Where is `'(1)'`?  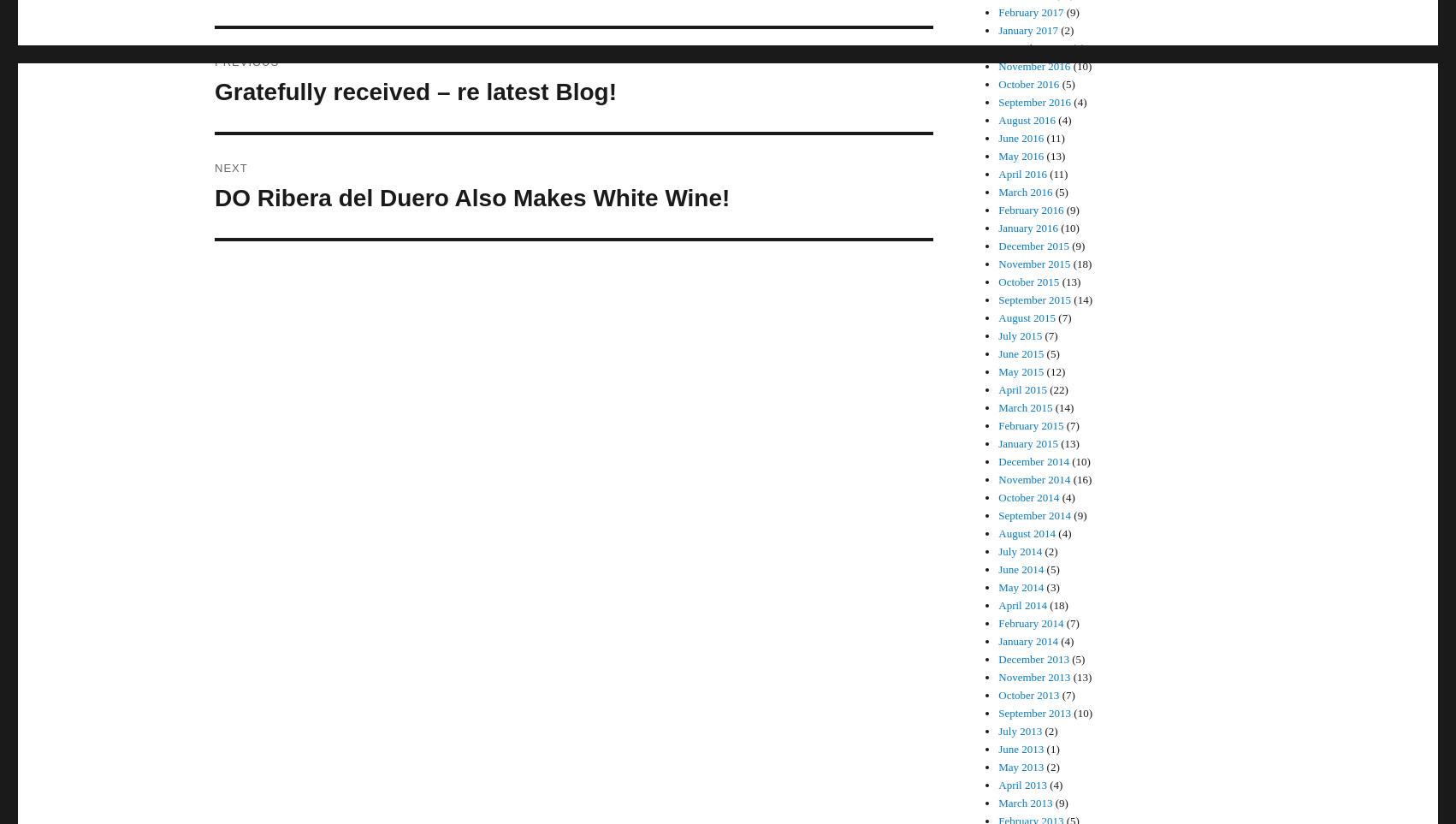
'(1)' is located at coordinates (1051, 749).